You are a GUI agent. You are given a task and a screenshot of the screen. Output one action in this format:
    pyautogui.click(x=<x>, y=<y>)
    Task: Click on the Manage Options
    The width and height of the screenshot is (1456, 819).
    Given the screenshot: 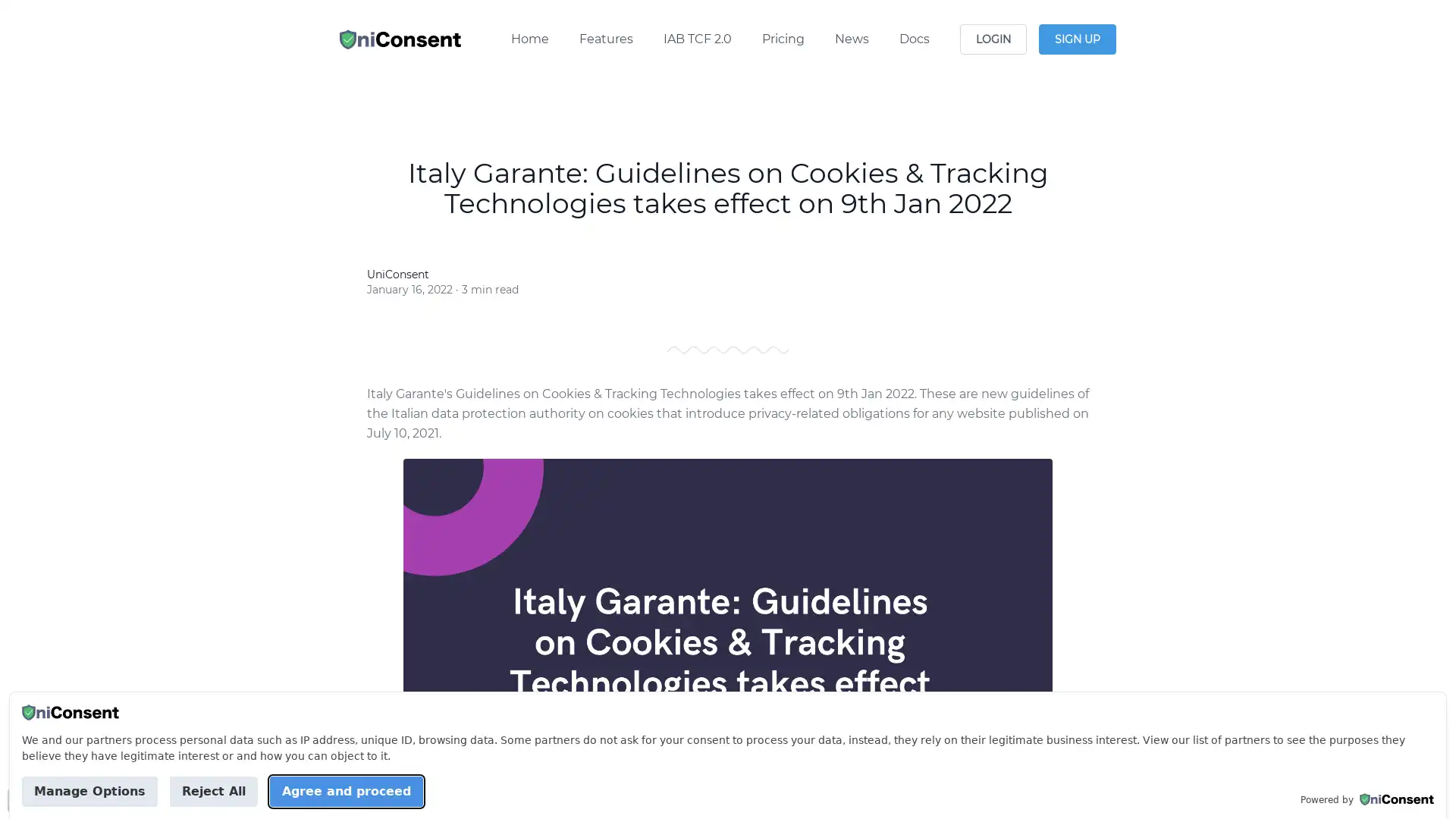 What is the action you would take?
    pyautogui.click(x=89, y=791)
    